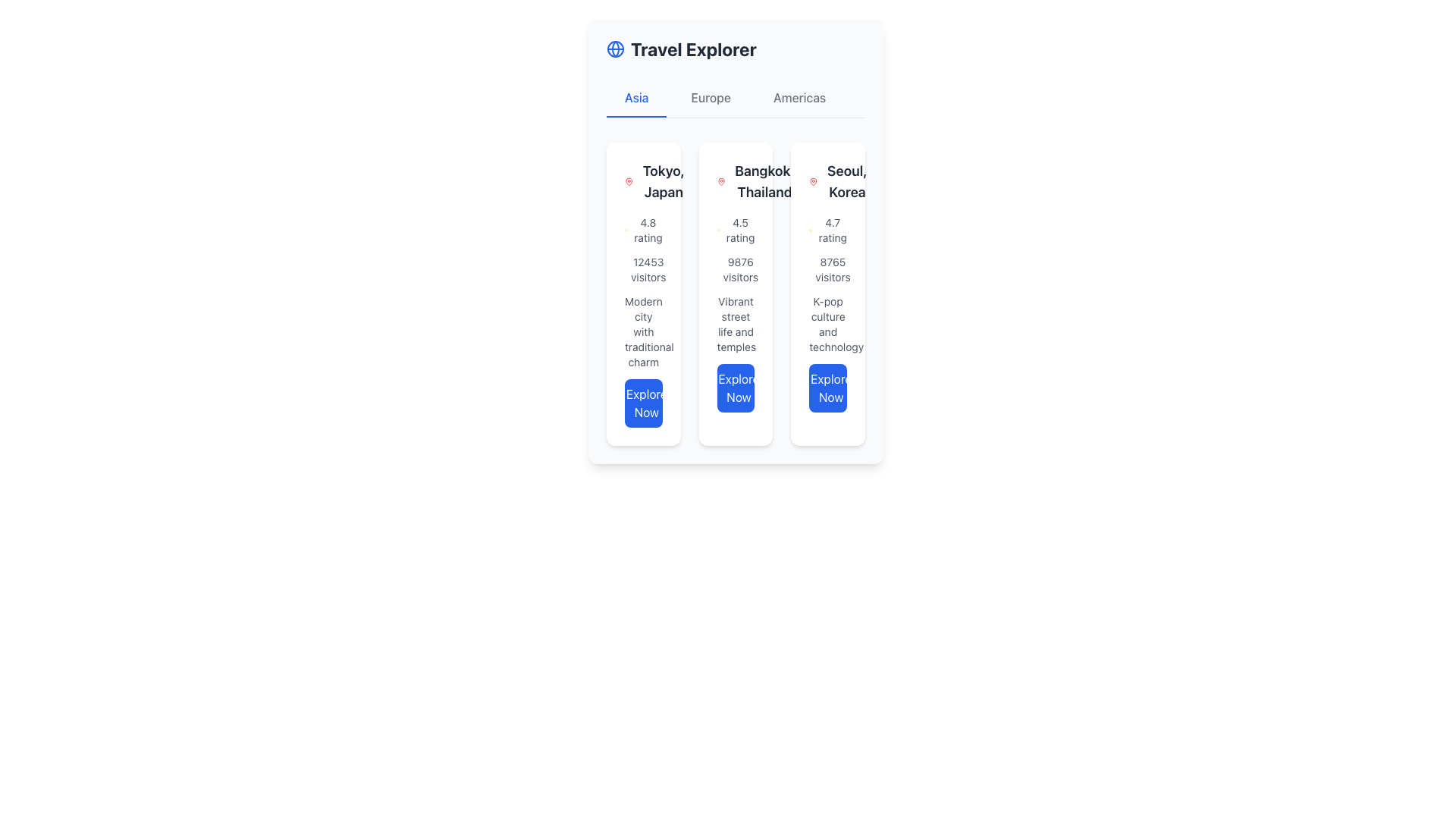 The height and width of the screenshot is (819, 1456). Describe the element at coordinates (799, 99) in the screenshot. I see `the 'Americas' text link in the navigation bar` at that location.